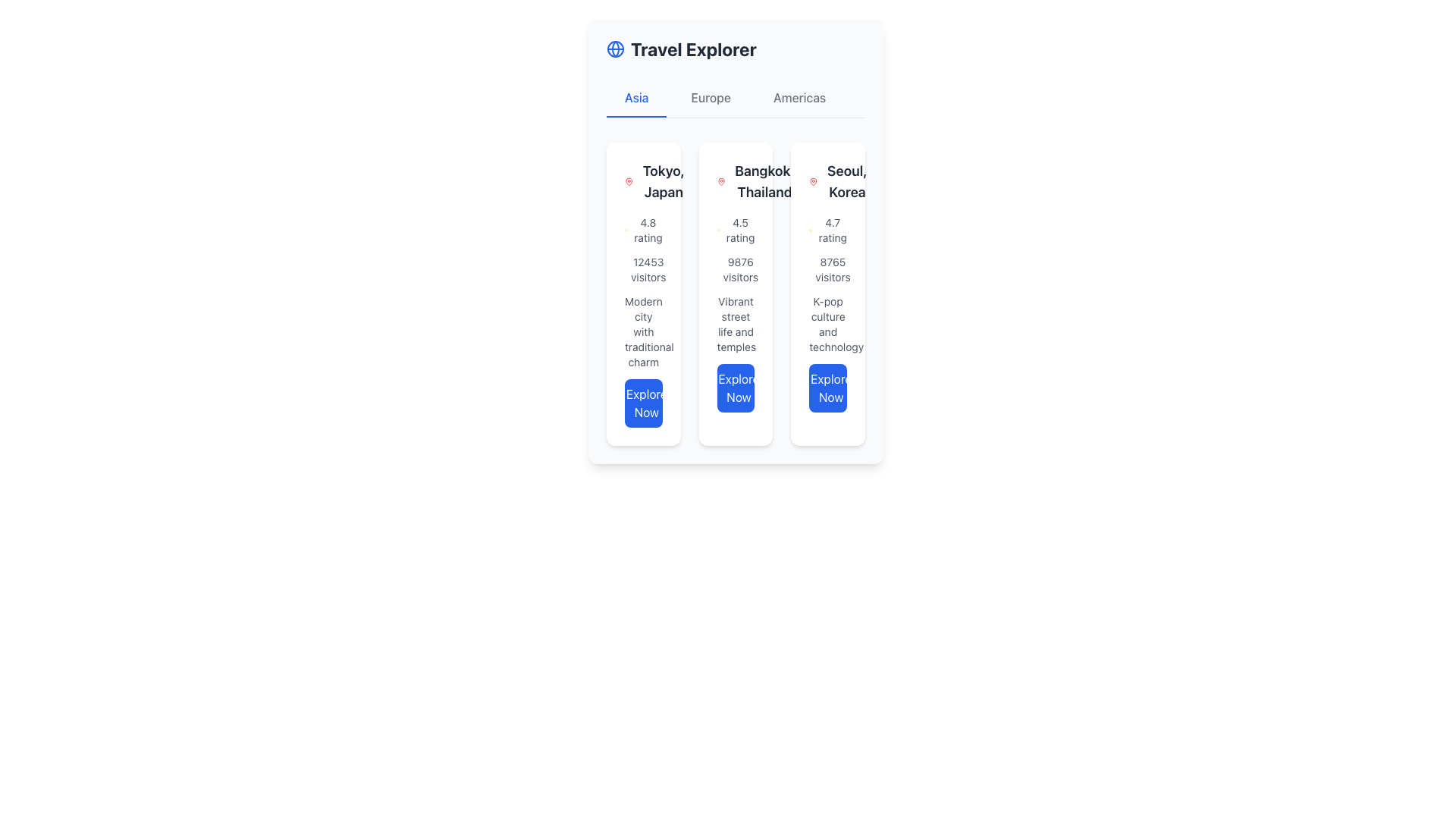 The height and width of the screenshot is (819, 1456). Describe the element at coordinates (799, 99) in the screenshot. I see `the 'Americas' text link in the navigation bar` at that location.